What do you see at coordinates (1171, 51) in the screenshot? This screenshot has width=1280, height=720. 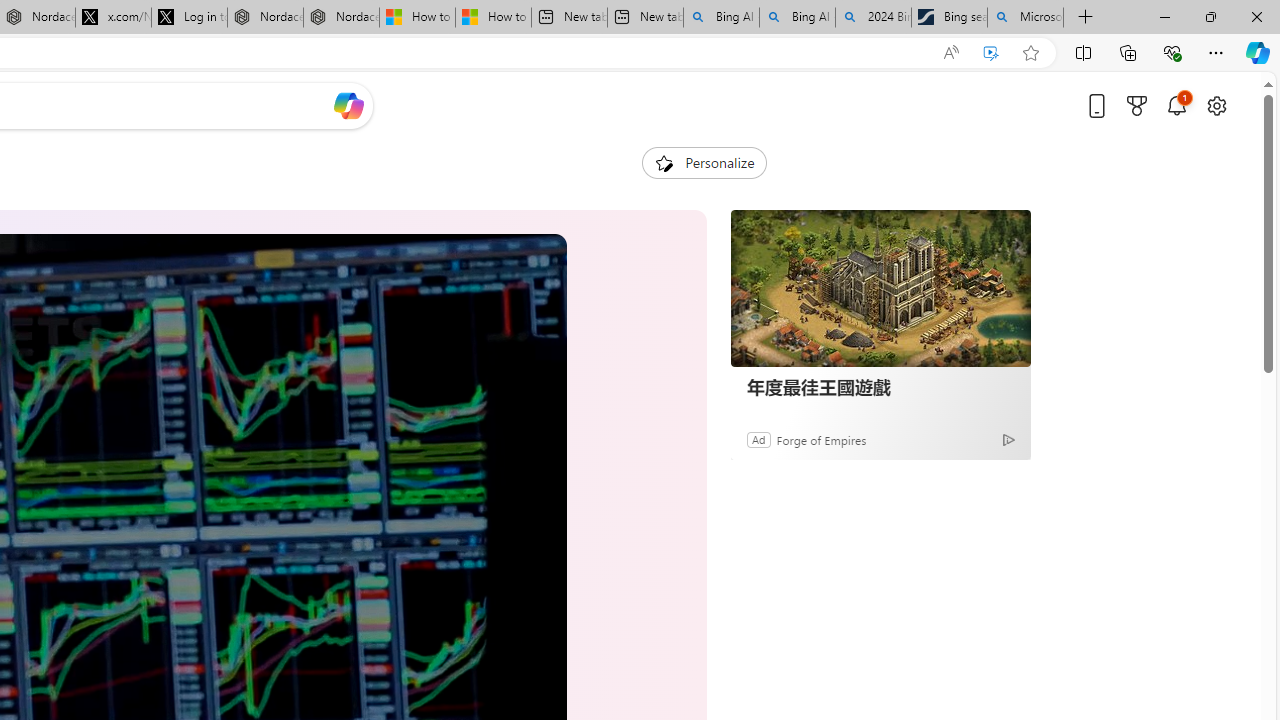 I see `'Browser essentials'` at bounding box center [1171, 51].